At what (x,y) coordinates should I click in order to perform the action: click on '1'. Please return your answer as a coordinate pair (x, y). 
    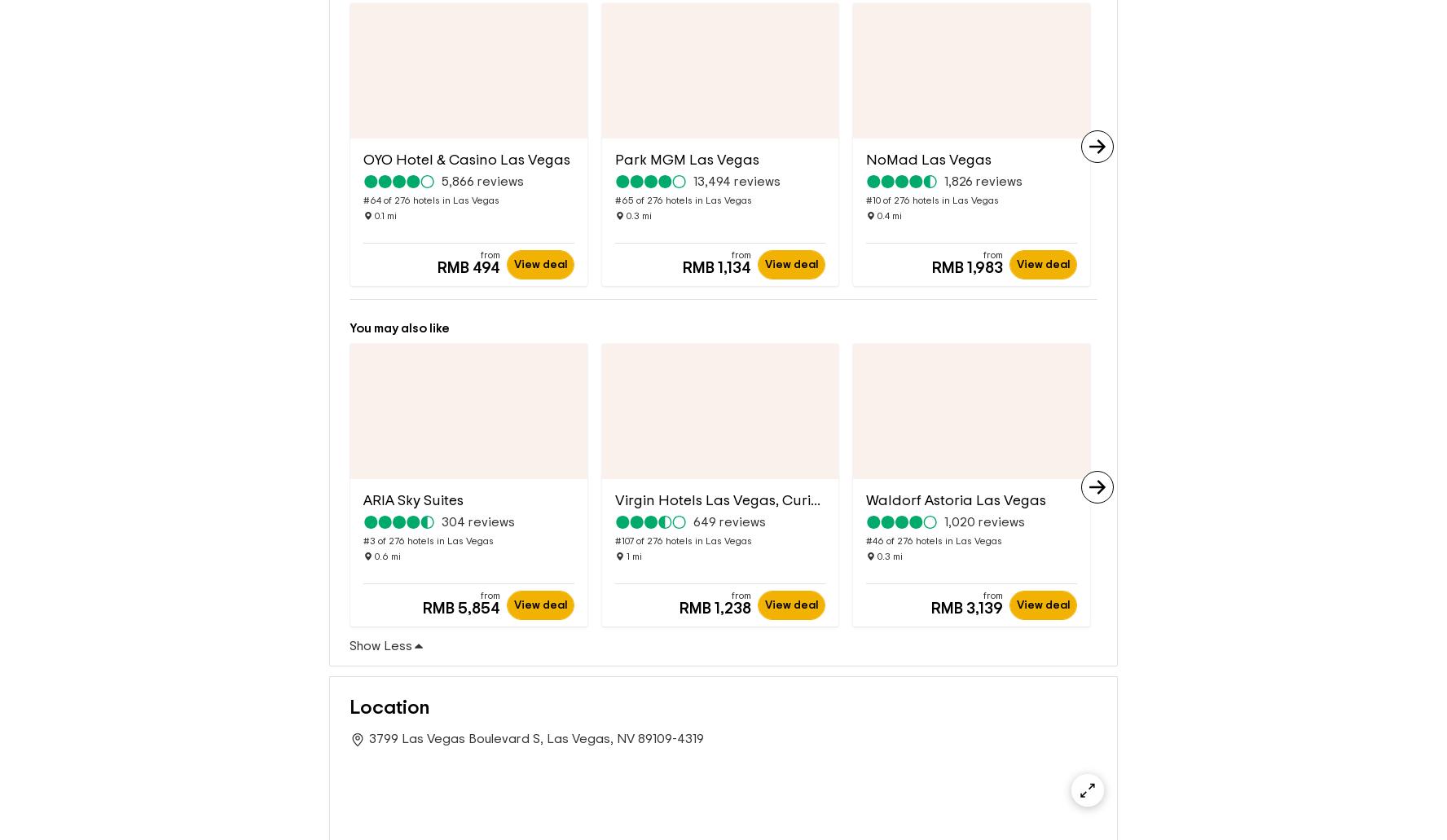
    Looking at the image, I should click on (627, 530).